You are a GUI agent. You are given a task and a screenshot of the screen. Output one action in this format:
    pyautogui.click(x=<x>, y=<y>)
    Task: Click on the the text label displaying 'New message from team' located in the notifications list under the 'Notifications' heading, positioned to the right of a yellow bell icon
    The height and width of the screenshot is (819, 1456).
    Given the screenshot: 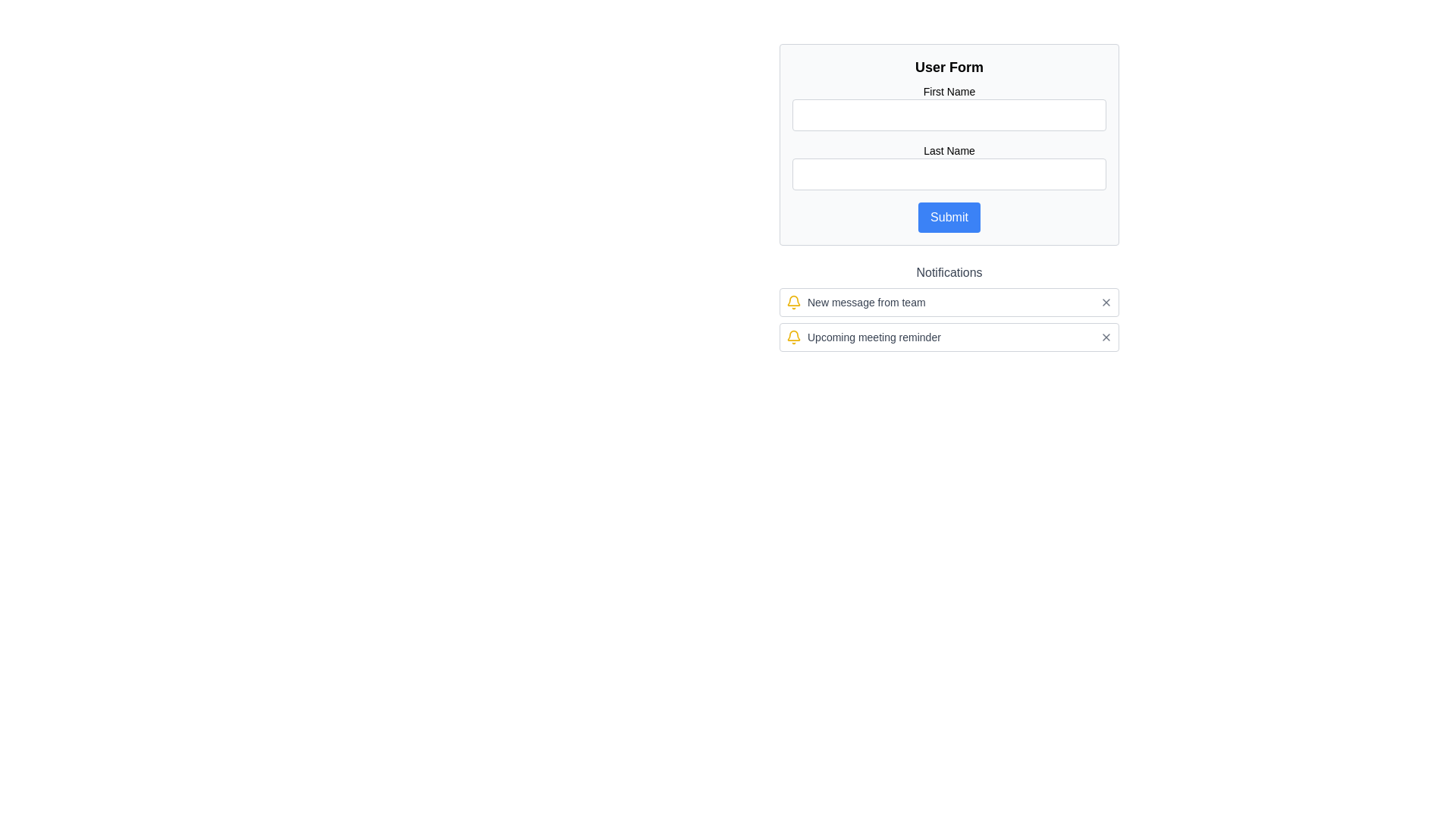 What is the action you would take?
    pyautogui.click(x=866, y=302)
    